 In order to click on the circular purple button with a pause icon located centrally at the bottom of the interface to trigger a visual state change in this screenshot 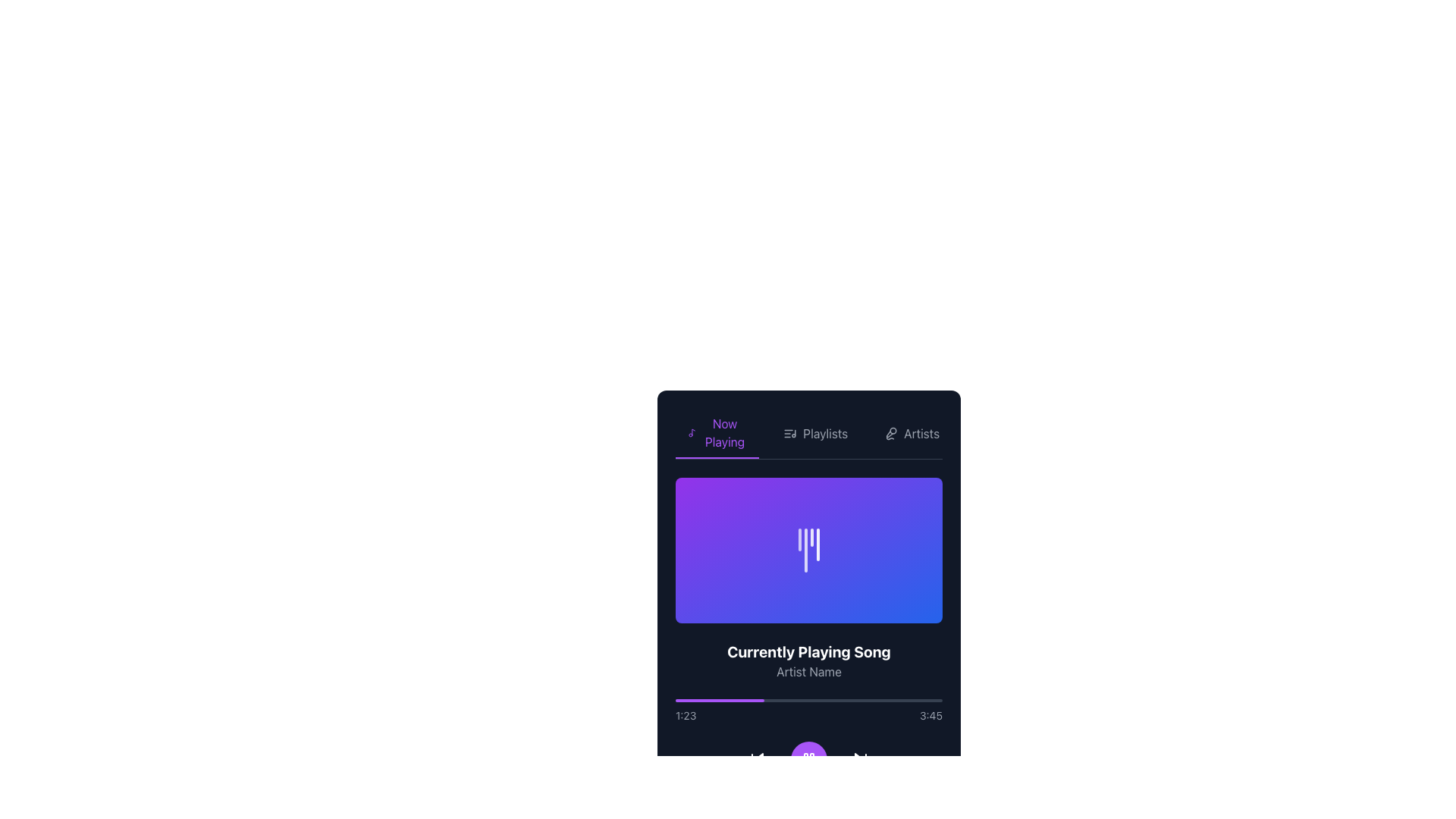, I will do `click(808, 760)`.